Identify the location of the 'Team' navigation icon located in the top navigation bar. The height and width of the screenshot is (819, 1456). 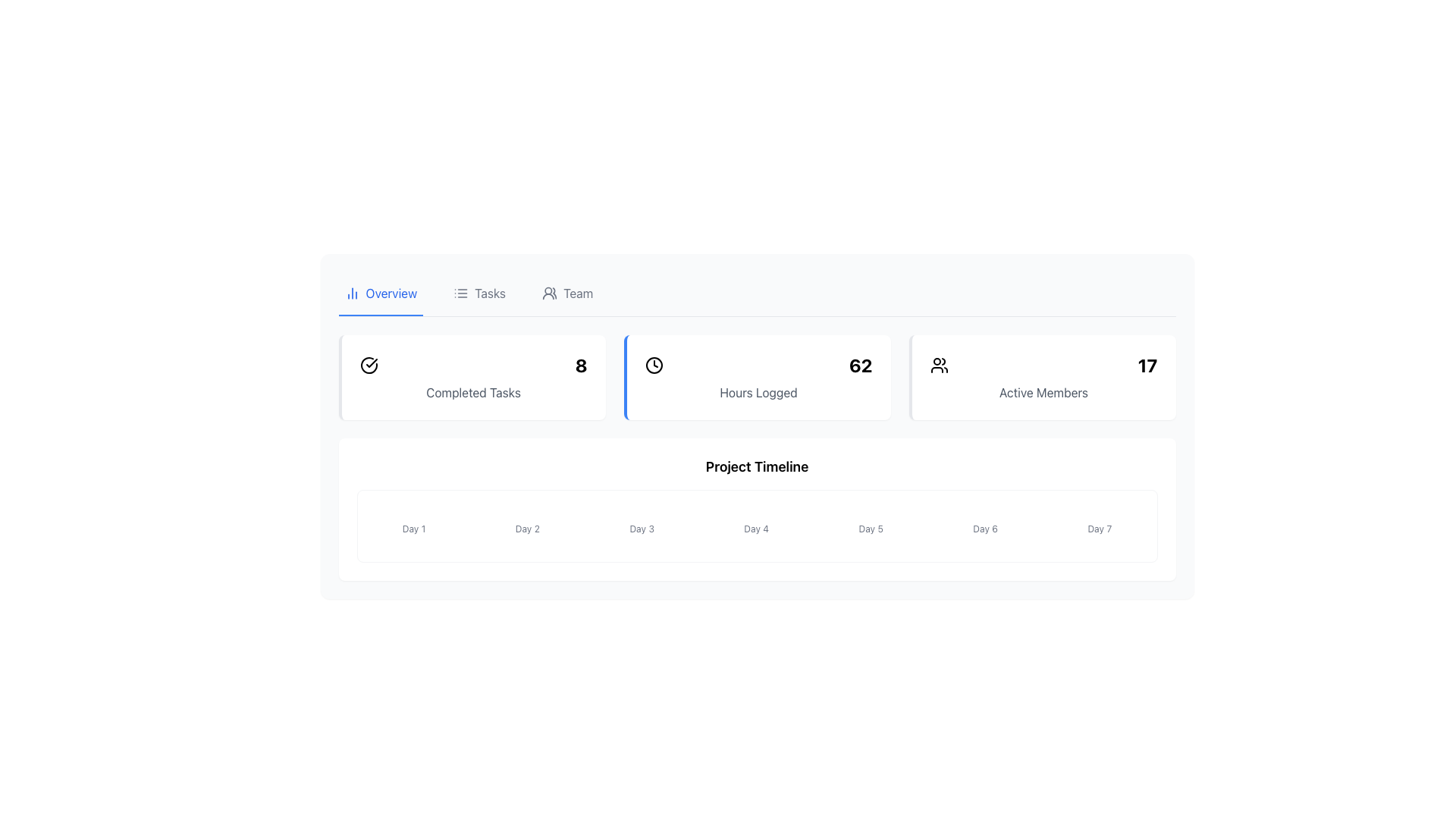
(548, 293).